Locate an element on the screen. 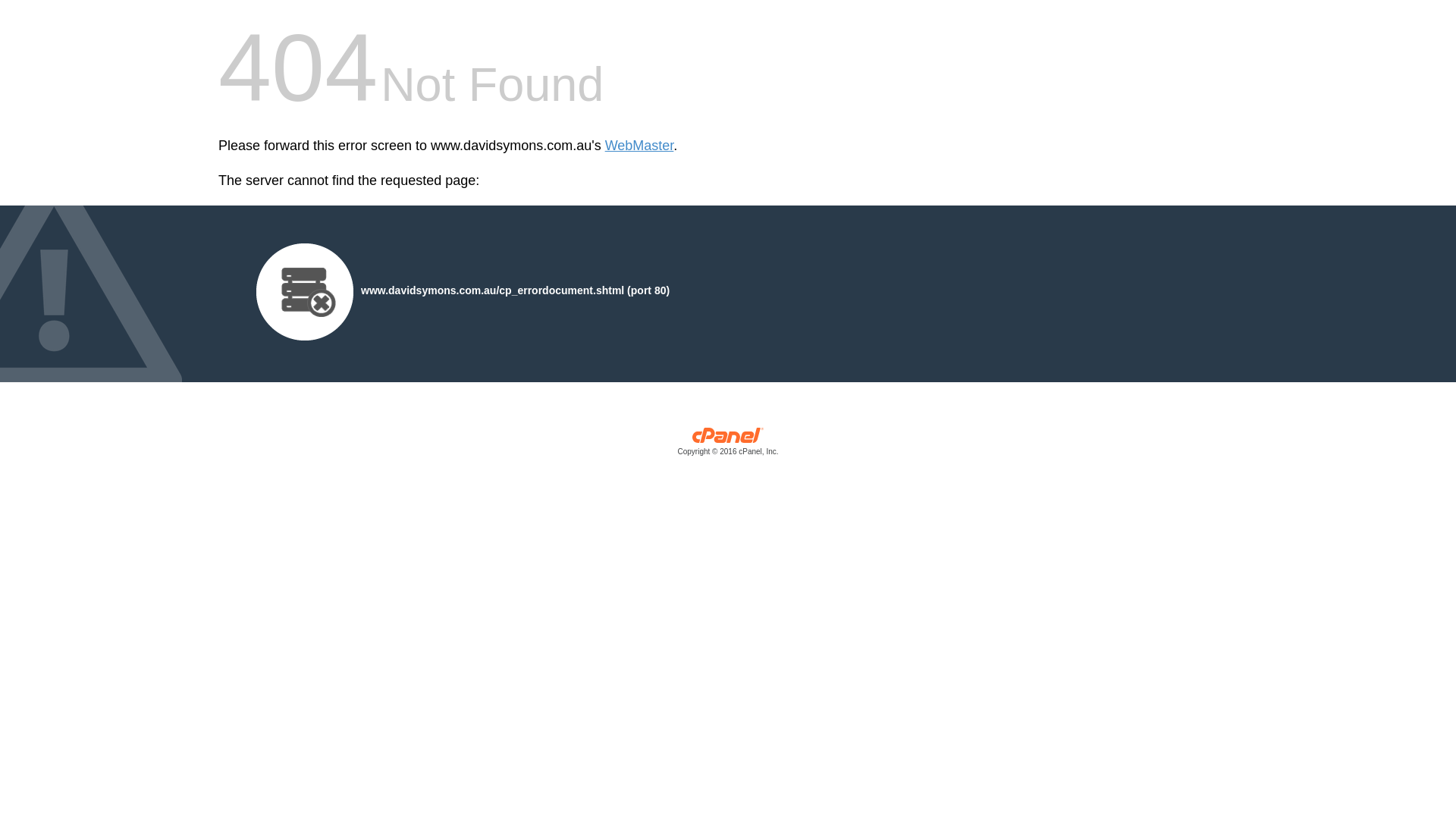 The height and width of the screenshot is (819, 1456). 'WebMaster' is located at coordinates (604, 146).